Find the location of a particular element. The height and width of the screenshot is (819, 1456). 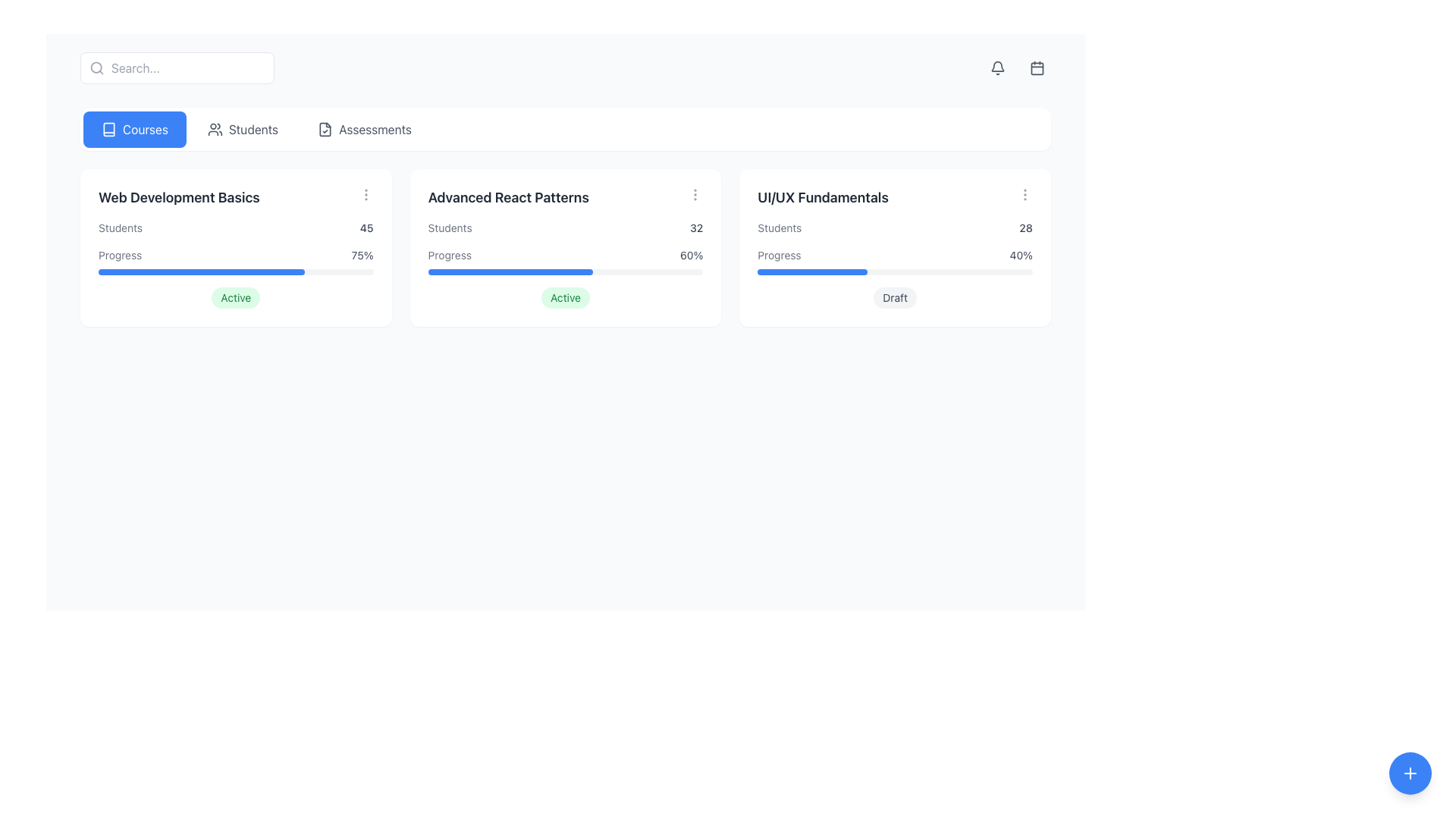

the search icon located on the left side inside the search input field, which visually represents the search functionality is located at coordinates (96, 67).